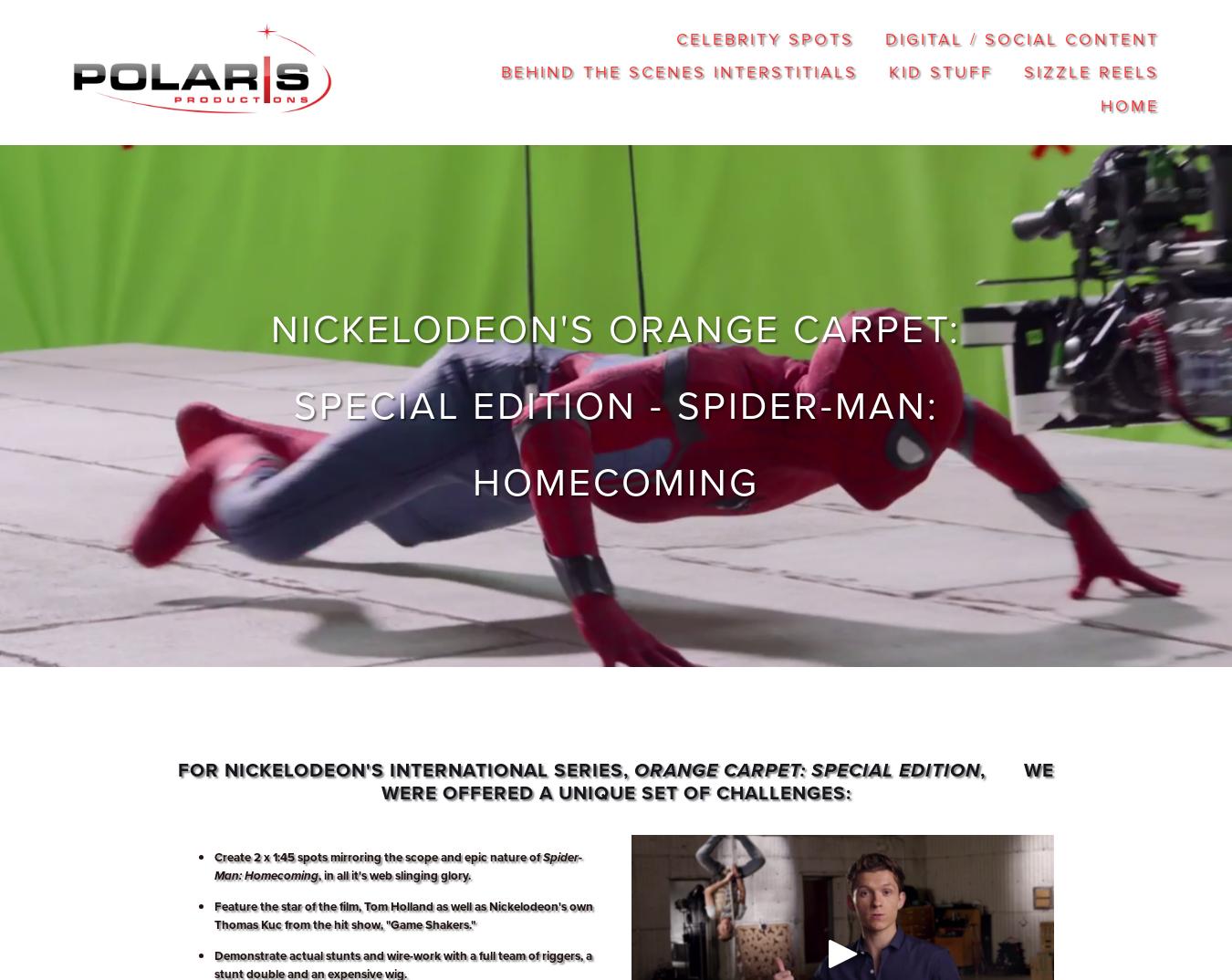 The width and height of the screenshot is (1232, 980). What do you see at coordinates (177, 769) in the screenshot?
I see `'For Nickelodeon's international series,'` at bounding box center [177, 769].